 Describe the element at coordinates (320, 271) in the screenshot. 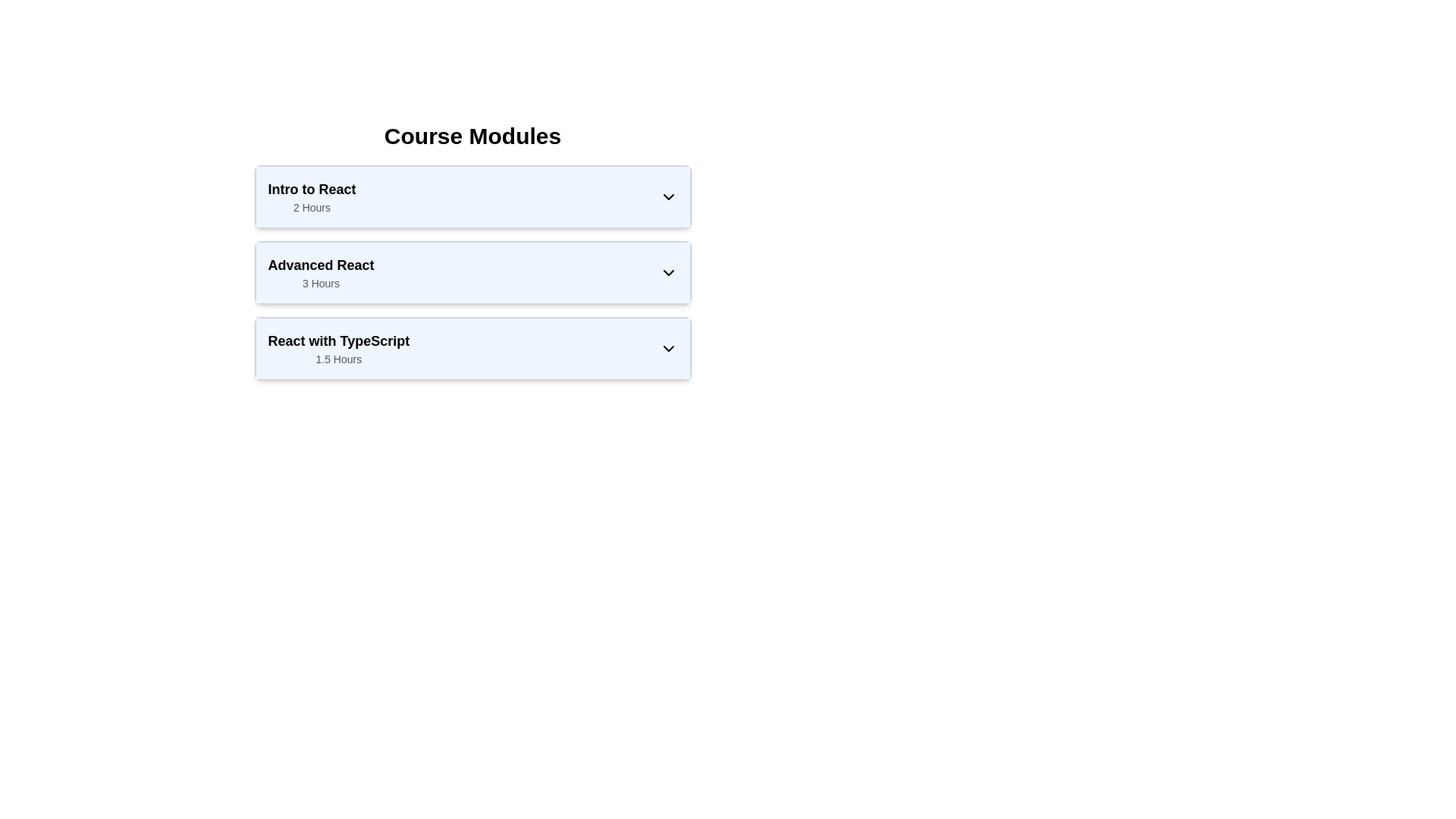

I see `the text-based display component labeled 'Advanced React' with keyboard navigation` at that location.